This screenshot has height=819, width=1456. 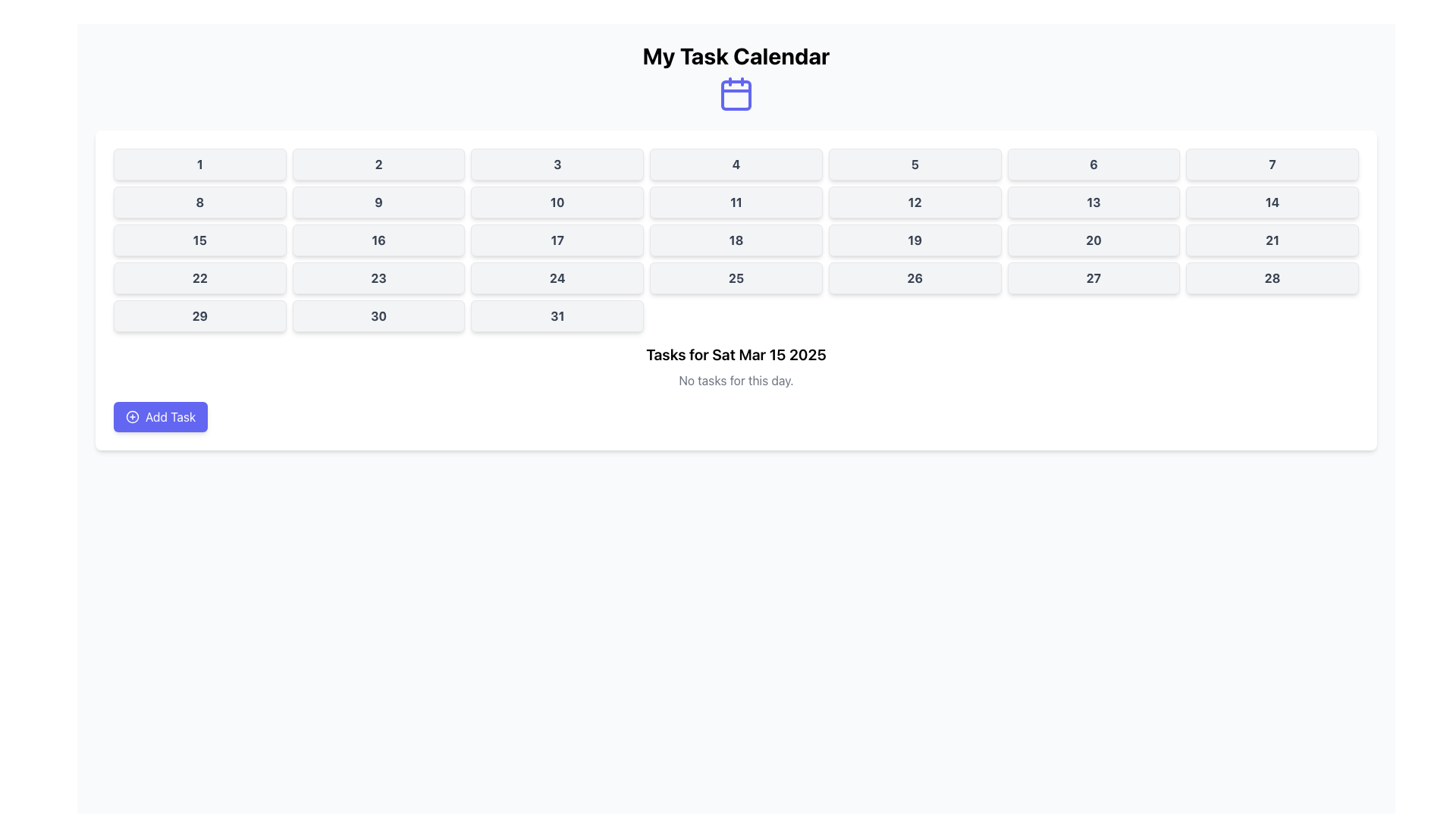 What do you see at coordinates (132, 417) in the screenshot?
I see `the icon within the 'Add Task' button located in the lower-left corner of the calendar interface to symbolize adding new tasks` at bounding box center [132, 417].